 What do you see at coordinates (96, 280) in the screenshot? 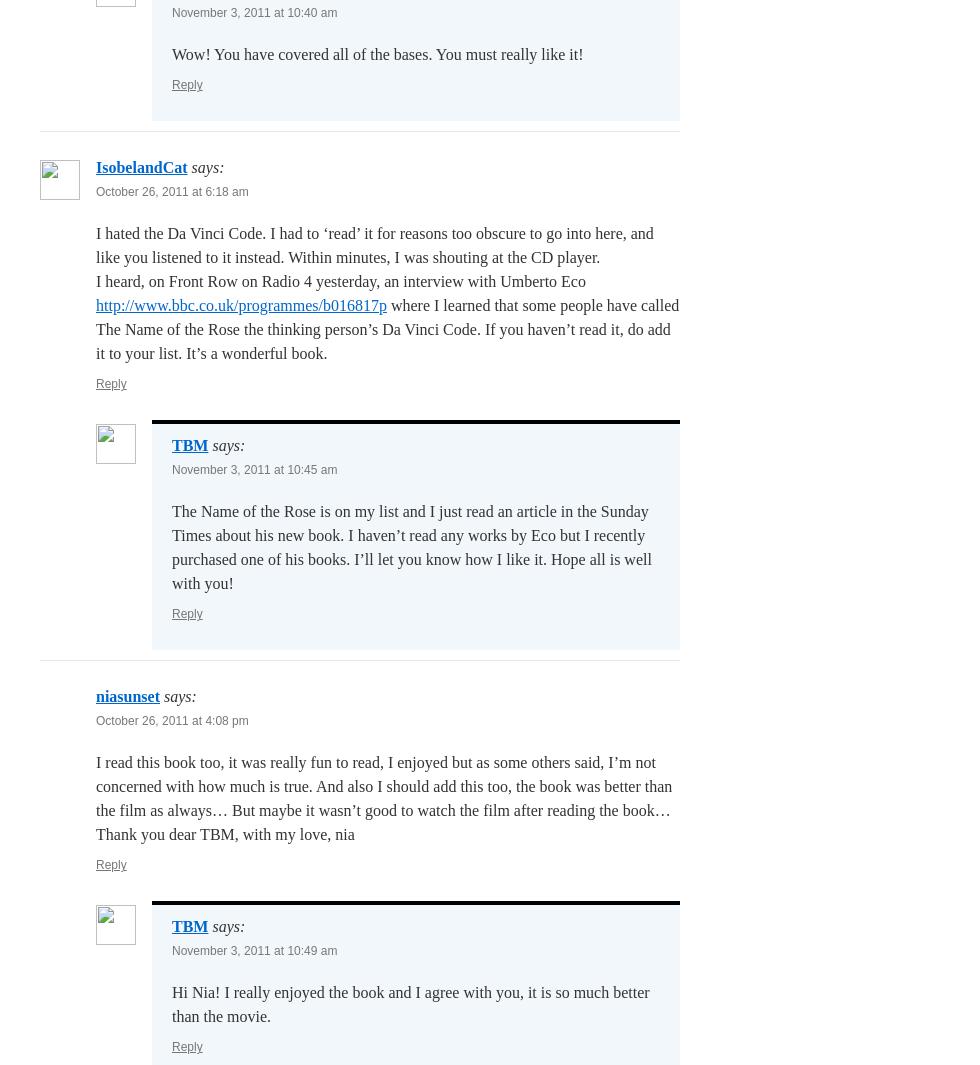
I see `'I heard, on Front Row on Radio 4 yesterday, an interview with Umberto Eco'` at bounding box center [96, 280].